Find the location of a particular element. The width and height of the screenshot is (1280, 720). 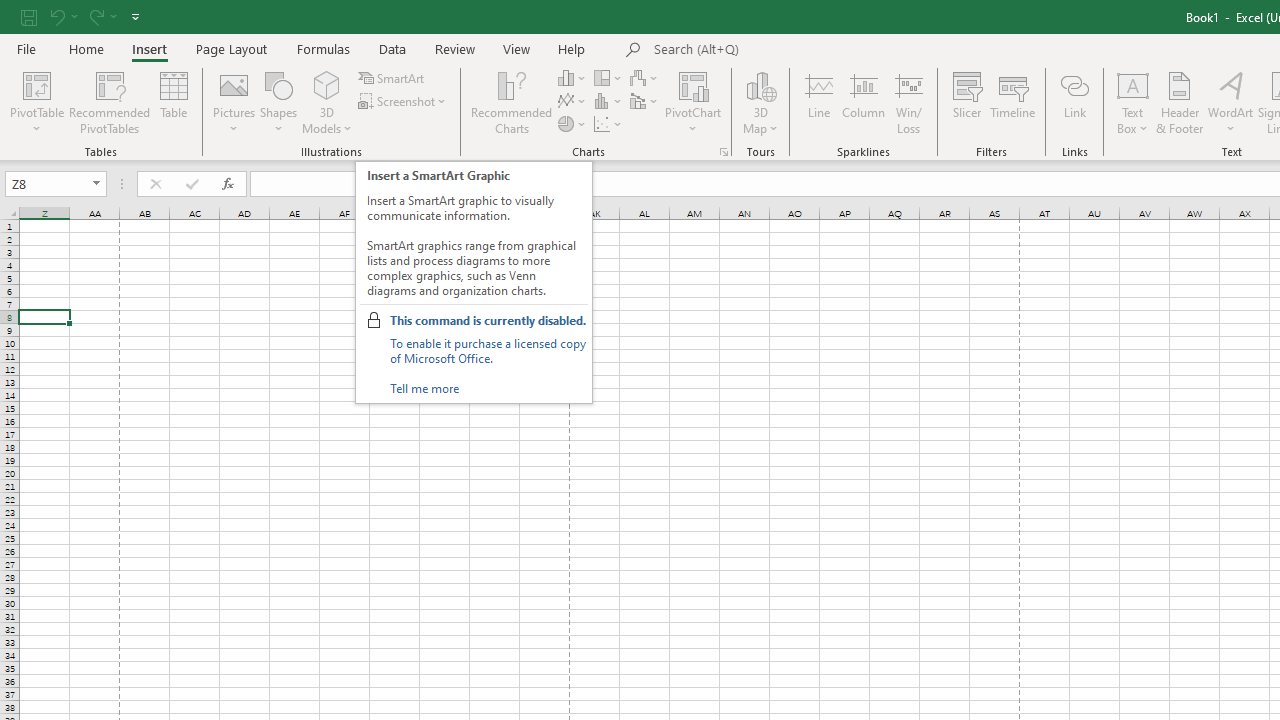

'File Tab' is located at coordinates (26, 47).